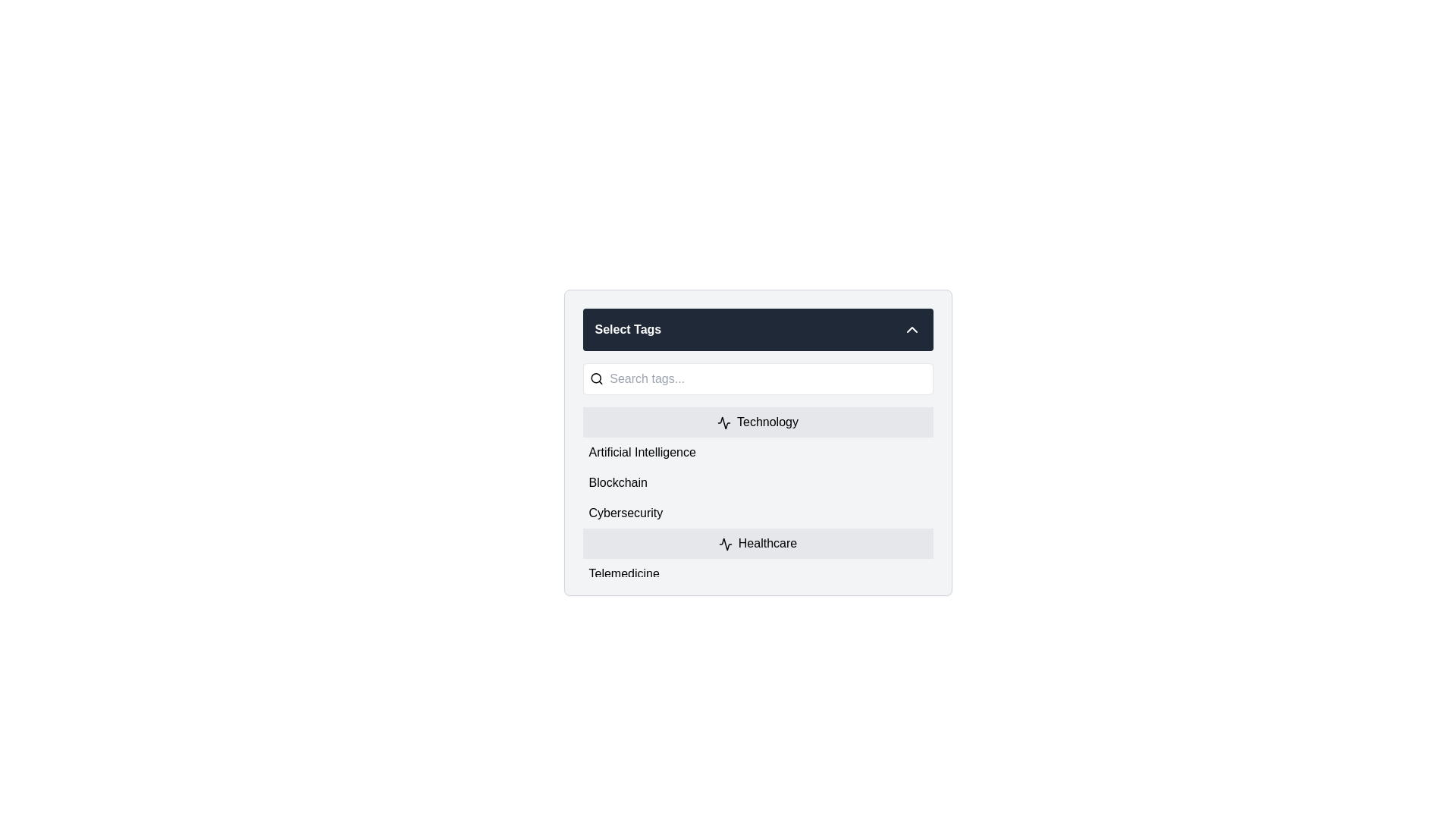 The image size is (1456, 819). Describe the element at coordinates (624, 573) in the screenshot. I see `the text label under the 'Healthcare' category` at that location.